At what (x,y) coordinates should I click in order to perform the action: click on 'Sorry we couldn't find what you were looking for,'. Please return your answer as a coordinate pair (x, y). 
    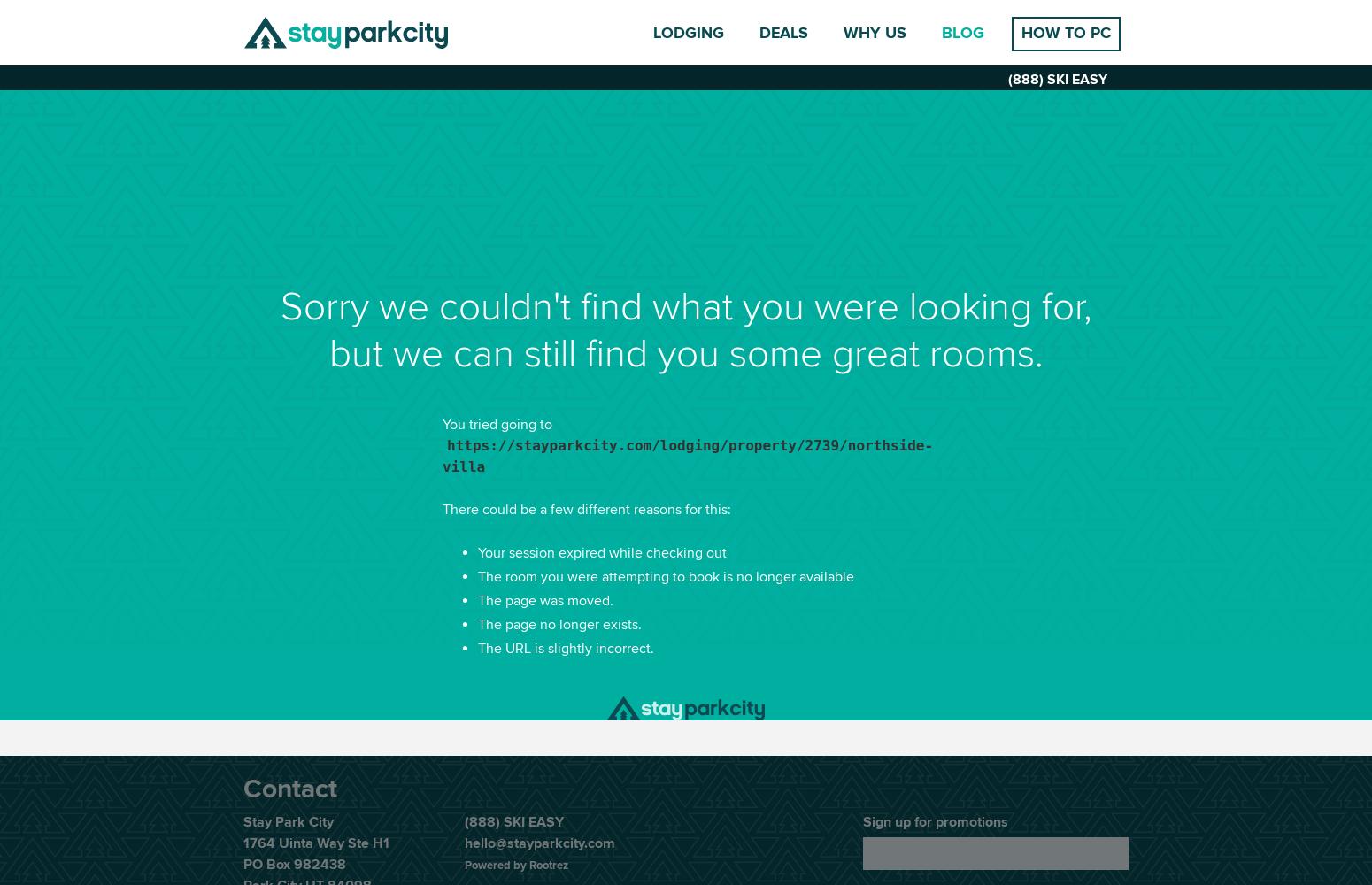
    Looking at the image, I should click on (685, 306).